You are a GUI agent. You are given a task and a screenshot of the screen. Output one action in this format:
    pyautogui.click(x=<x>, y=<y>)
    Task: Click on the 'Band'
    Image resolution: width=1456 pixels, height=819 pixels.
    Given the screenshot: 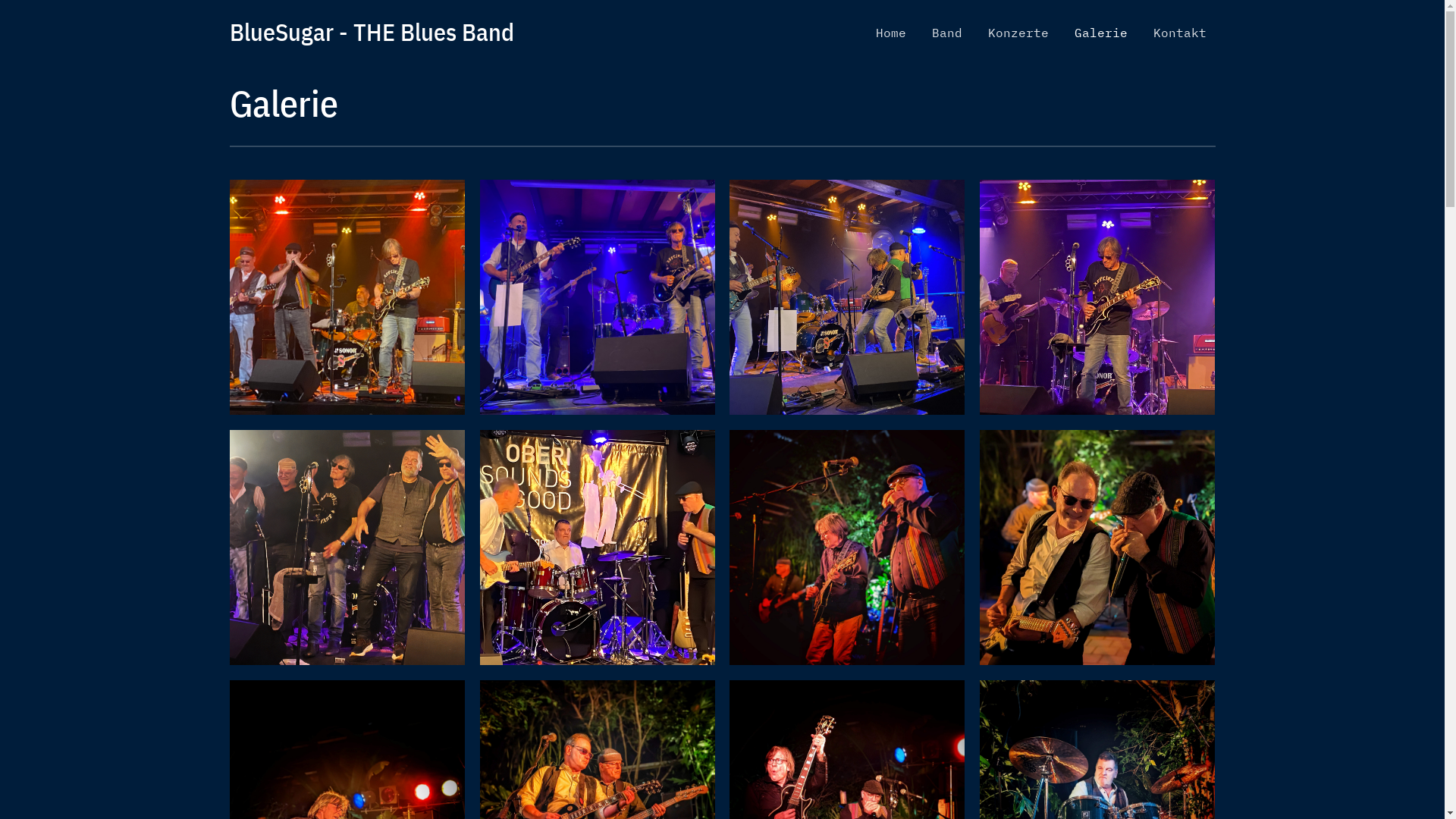 What is the action you would take?
    pyautogui.click(x=946, y=32)
    